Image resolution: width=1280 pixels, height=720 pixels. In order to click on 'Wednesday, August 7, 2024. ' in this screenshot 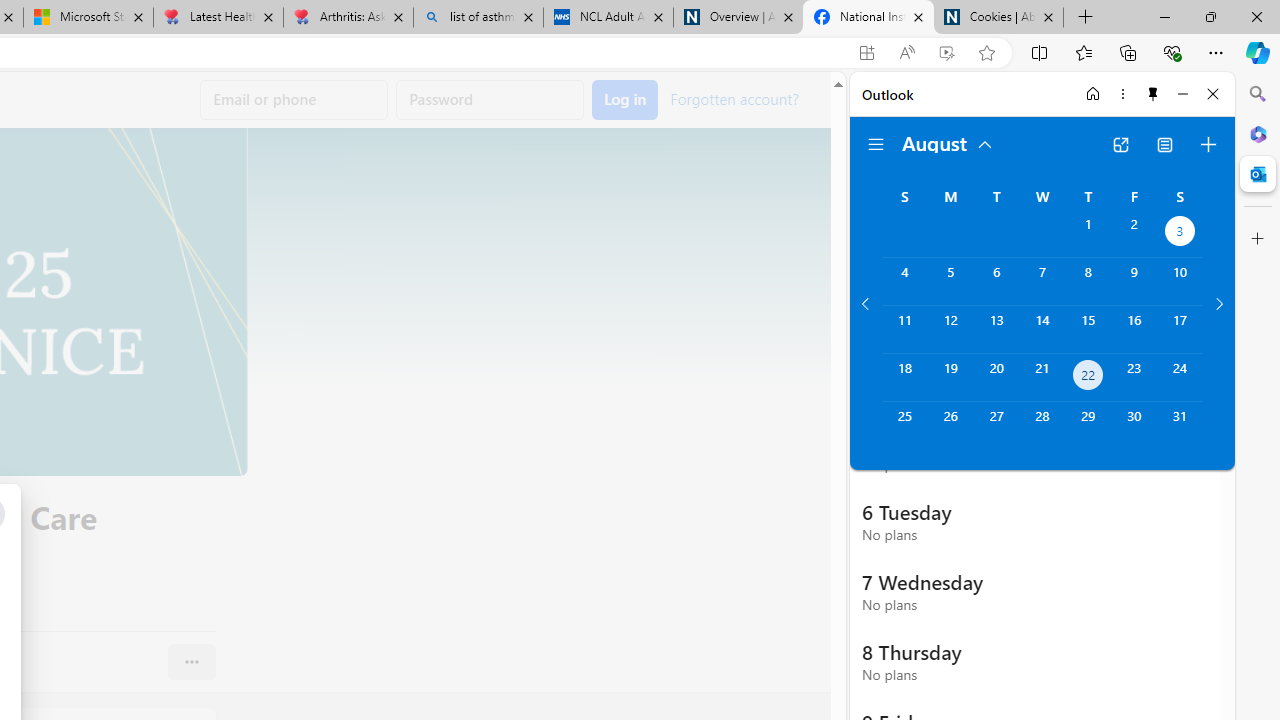, I will do `click(1041, 281)`.